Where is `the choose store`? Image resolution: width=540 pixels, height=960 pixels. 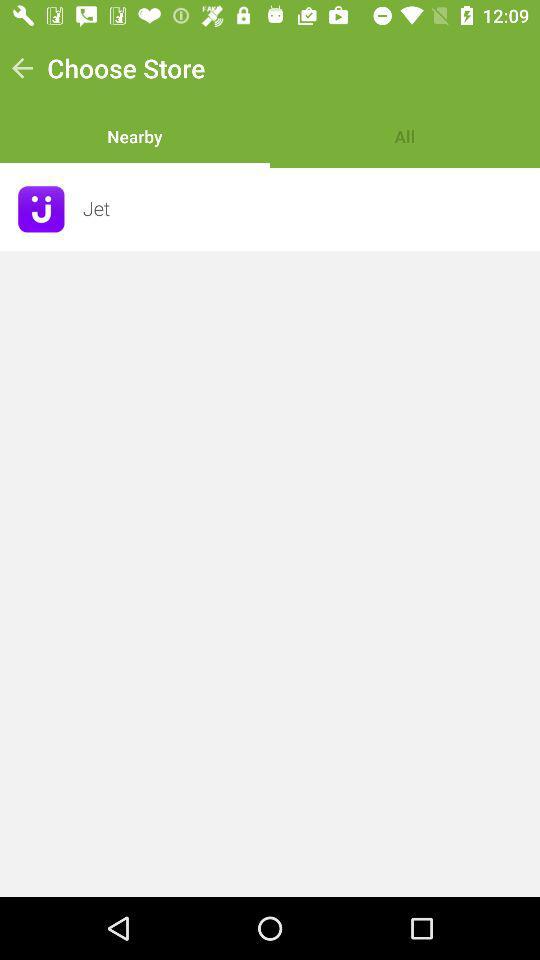 the choose store is located at coordinates (126, 68).